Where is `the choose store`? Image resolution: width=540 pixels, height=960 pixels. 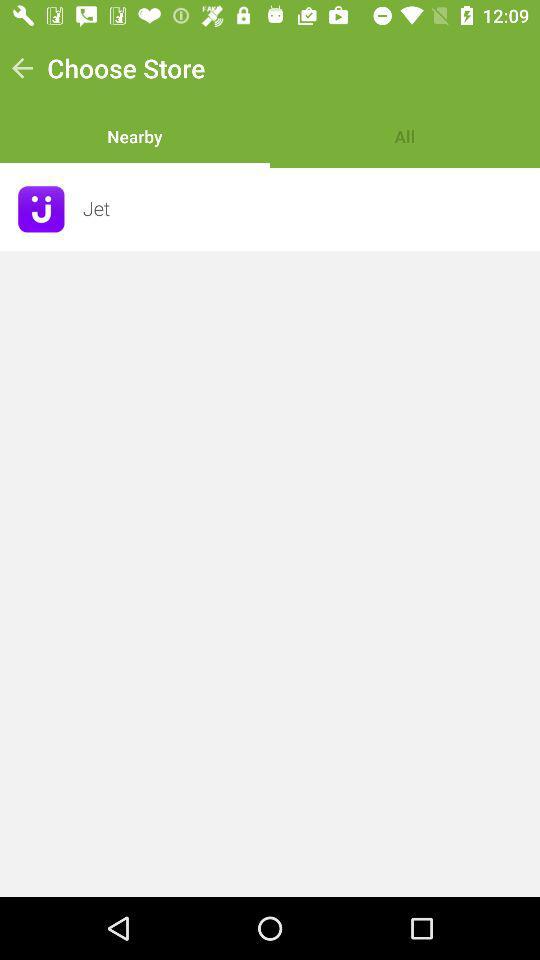 the choose store is located at coordinates (126, 68).